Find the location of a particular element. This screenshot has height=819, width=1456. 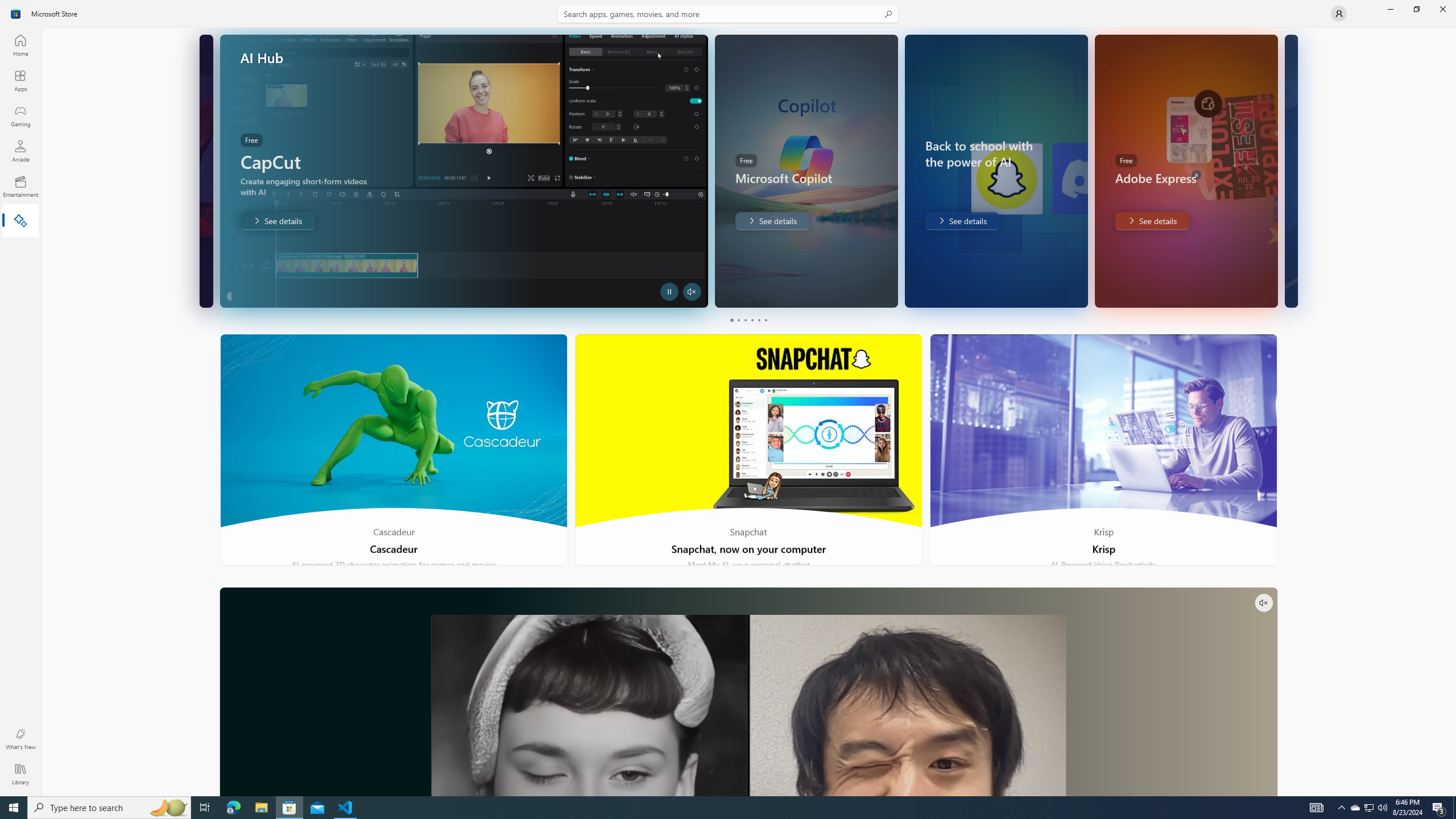

'Close Microsoft Store' is located at coordinates (1442, 9).